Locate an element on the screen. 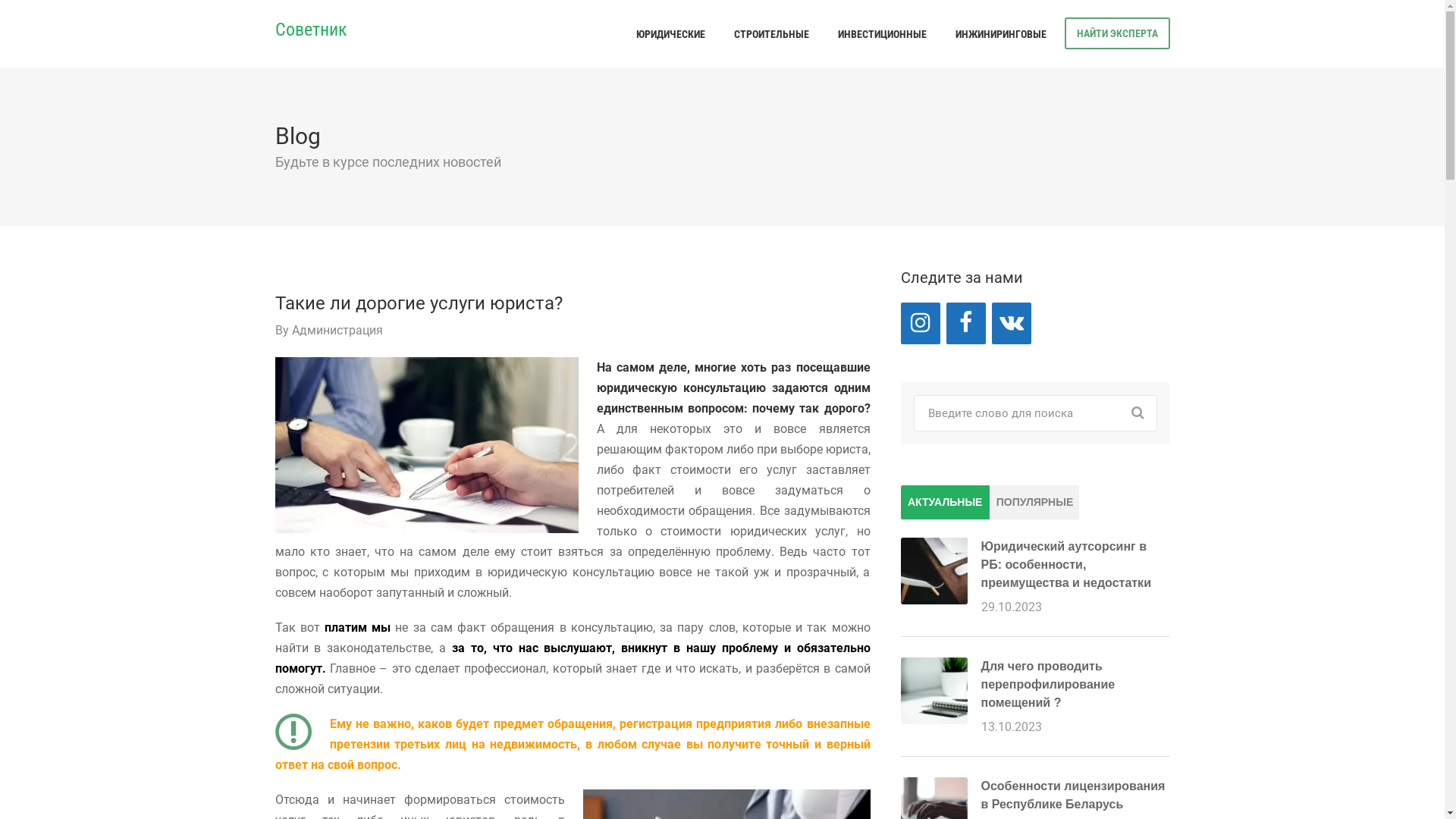 The image size is (1456, 819). 'Instagram' is located at coordinates (920, 322).